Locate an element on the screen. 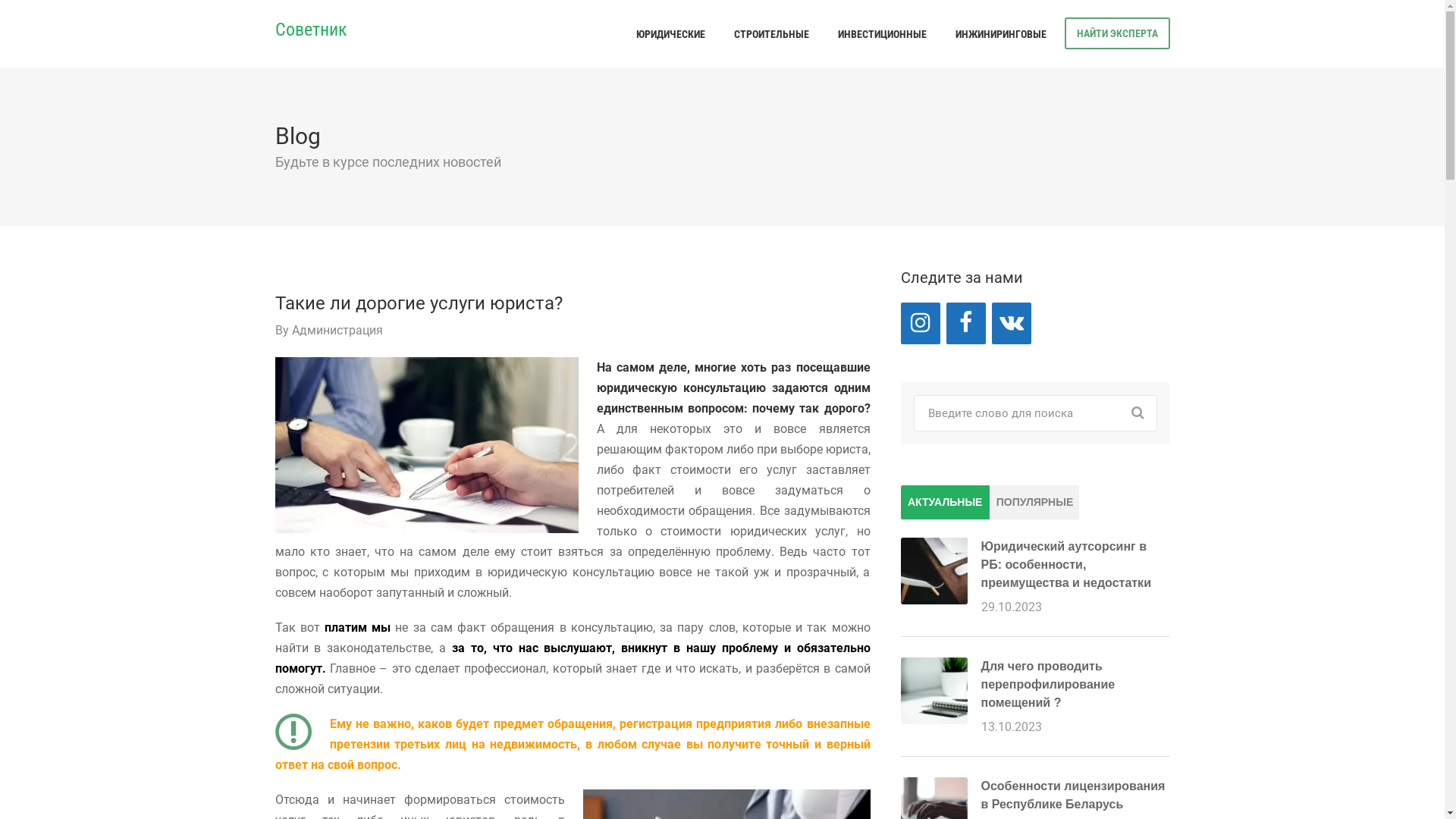 The image size is (1456, 819). 'Instagram' is located at coordinates (920, 322).